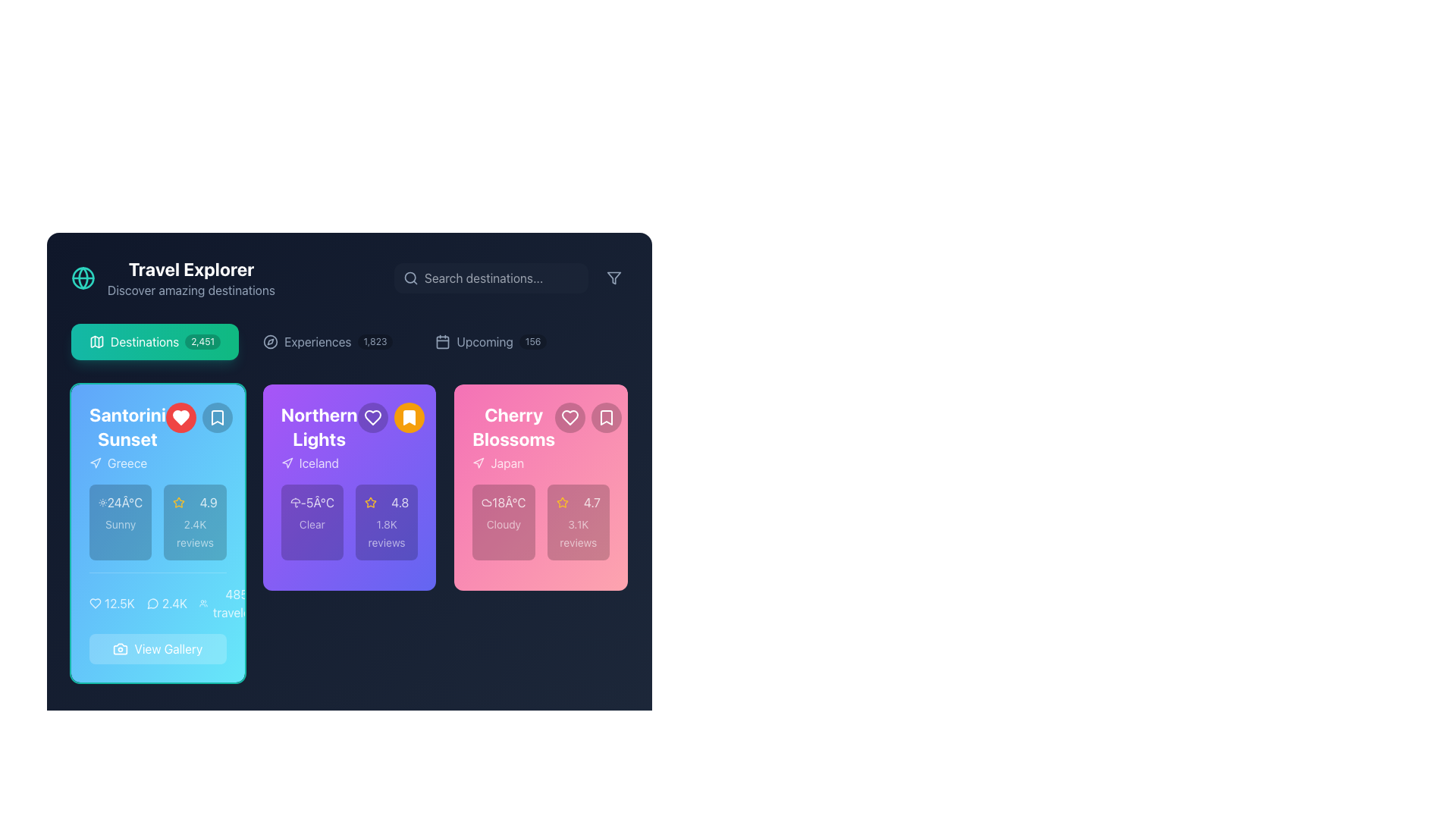 Image resolution: width=1456 pixels, height=819 pixels. What do you see at coordinates (513, 438) in the screenshot?
I see `text displayed in the label with the title 'Cherry Blossoms' and sub-text 'Japan' located in the top-left section of the pink card, specifically the third card from the left` at bounding box center [513, 438].